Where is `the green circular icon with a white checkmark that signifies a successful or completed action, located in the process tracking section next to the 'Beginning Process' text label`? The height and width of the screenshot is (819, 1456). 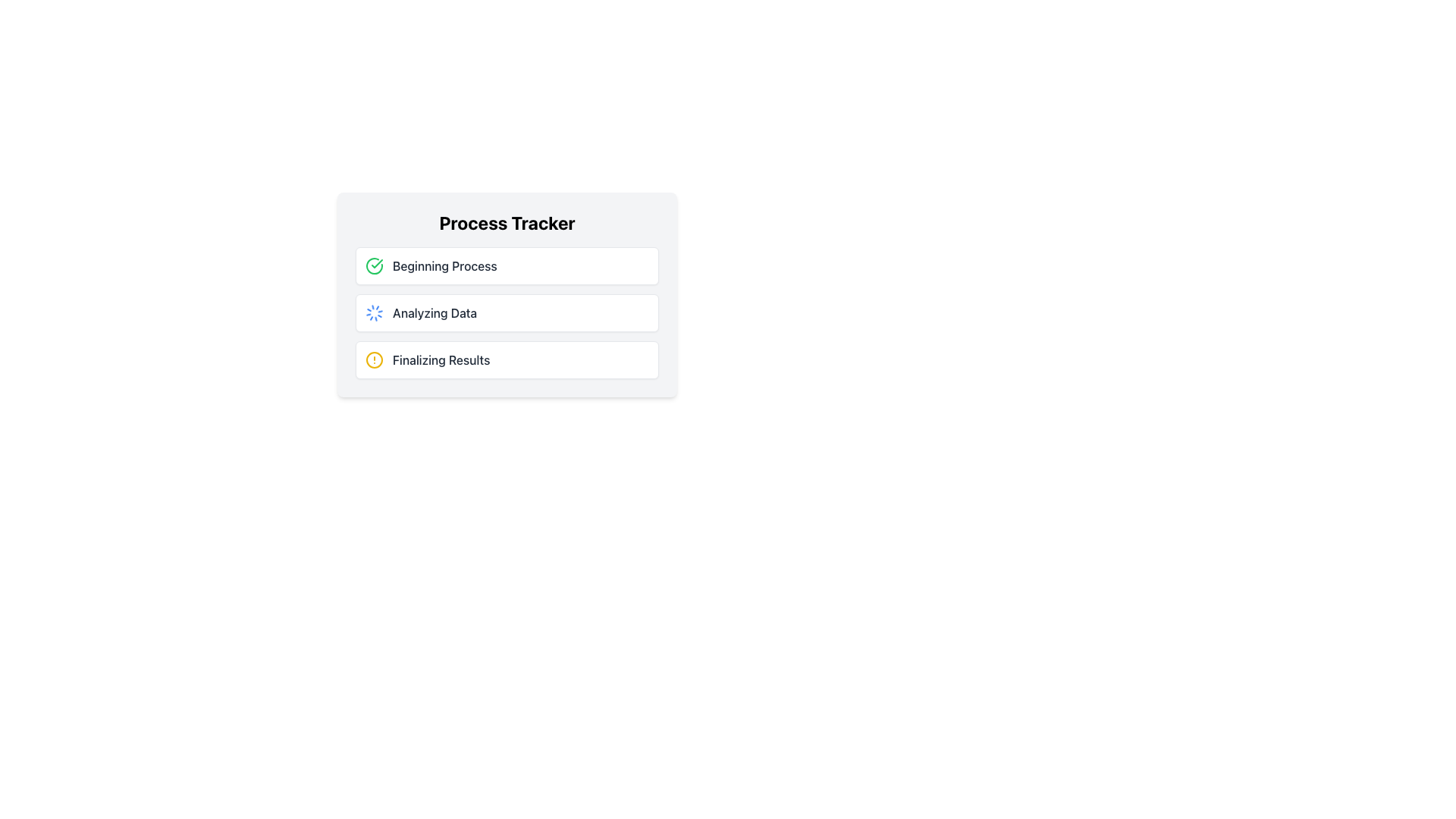
the green circular icon with a white checkmark that signifies a successful or completed action, located in the process tracking section next to the 'Beginning Process' text label is located at coordinates (375, 265).